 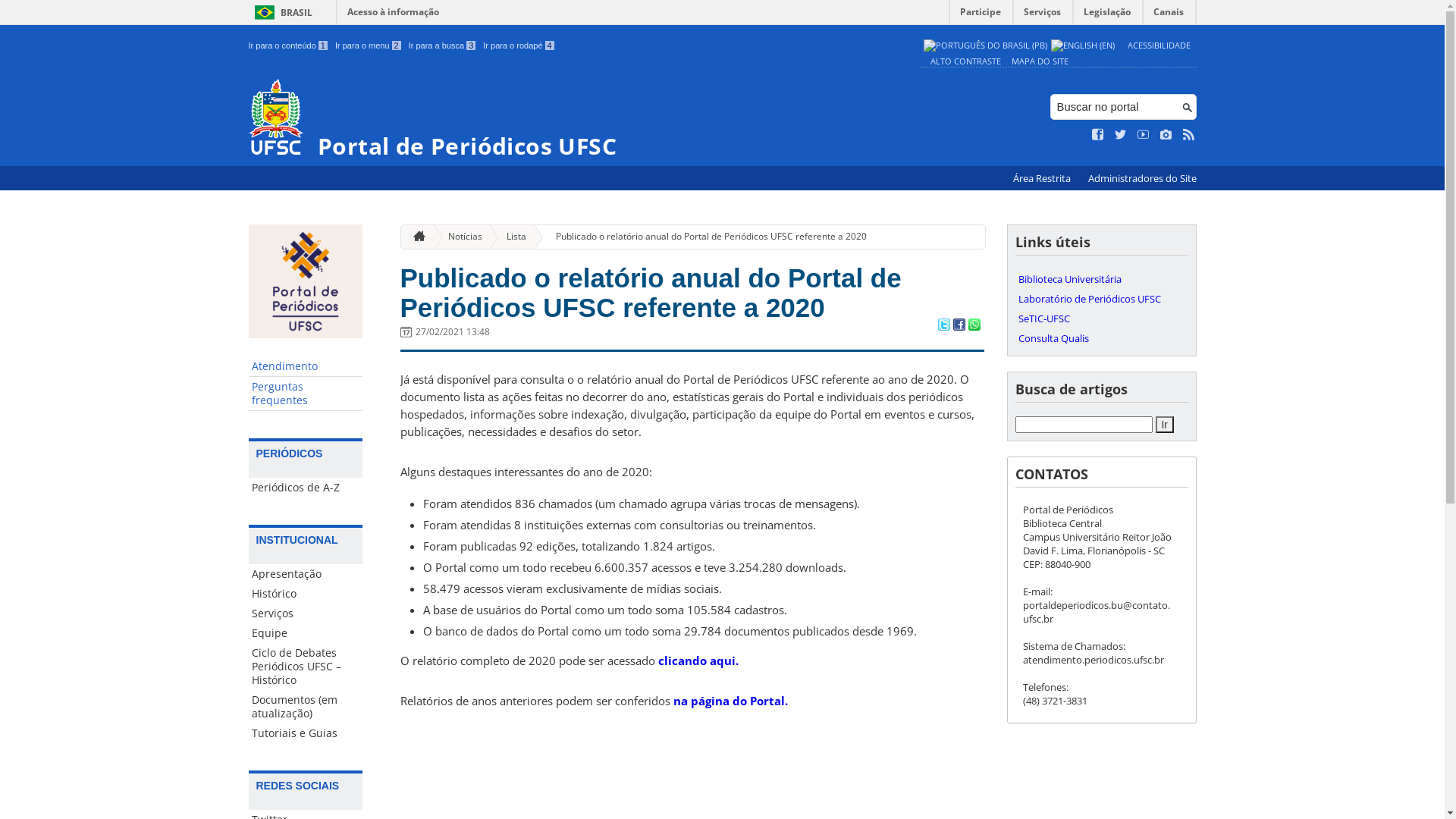 What do you see at coordinates (305, 733) in the screenshot?
I see `'Tutoriais e Guias'` at bounding box center [305, 733].